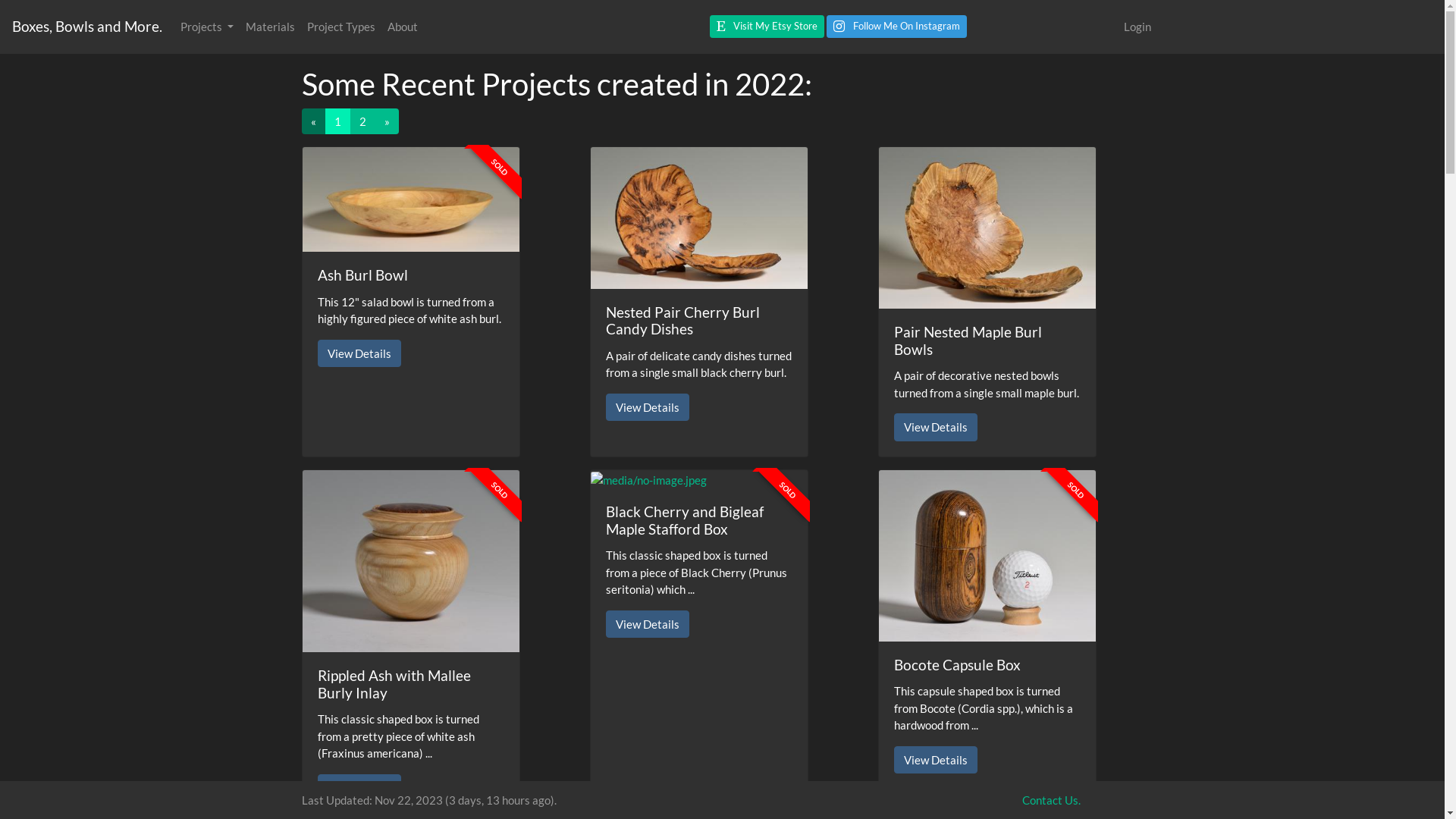 The width and height of the screenshot is (1456, 819). Describe the element at coordinates (362, 120) in the screenshot. I see `'2'` at that location.